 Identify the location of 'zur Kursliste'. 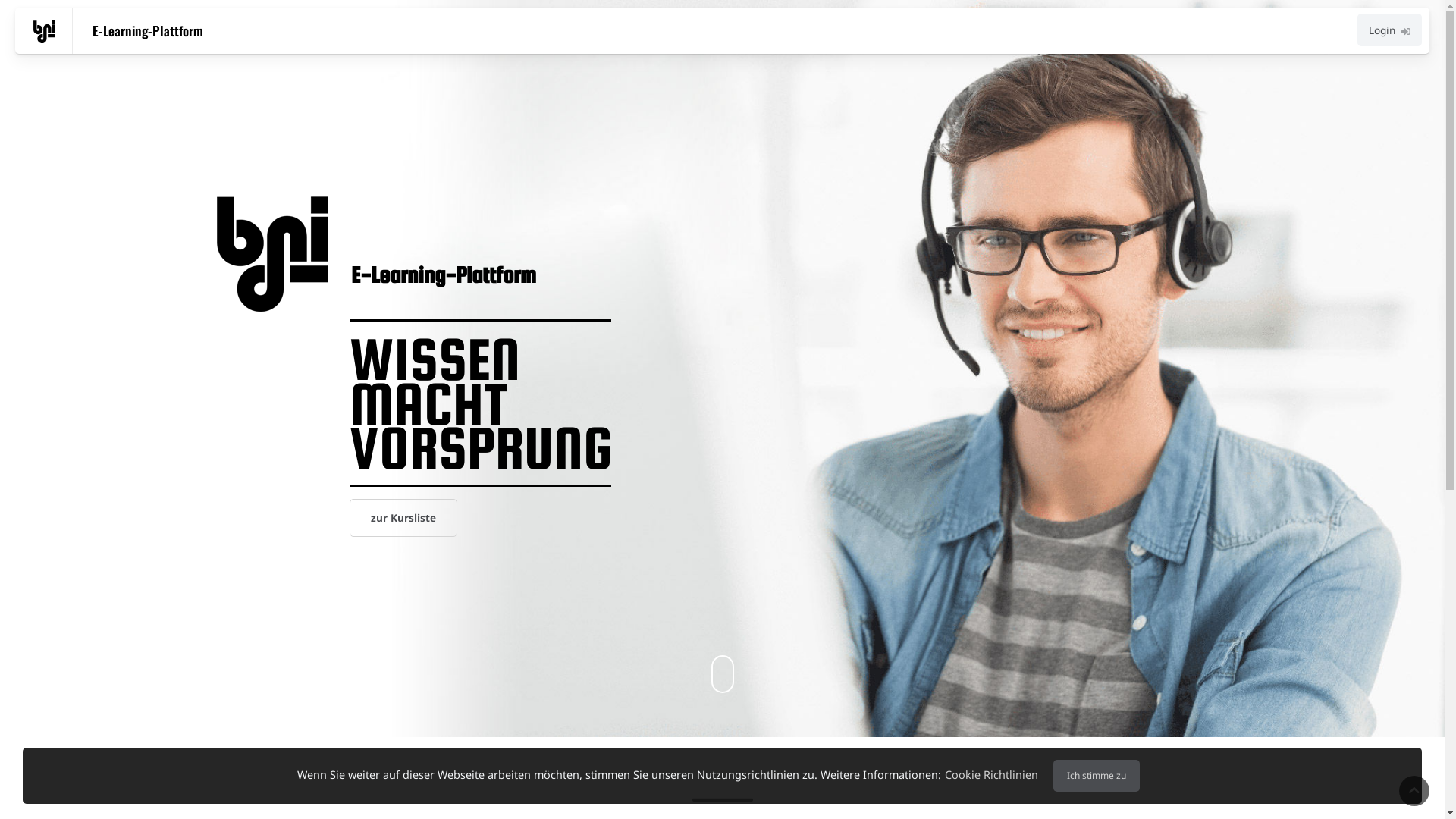
(403, 516).